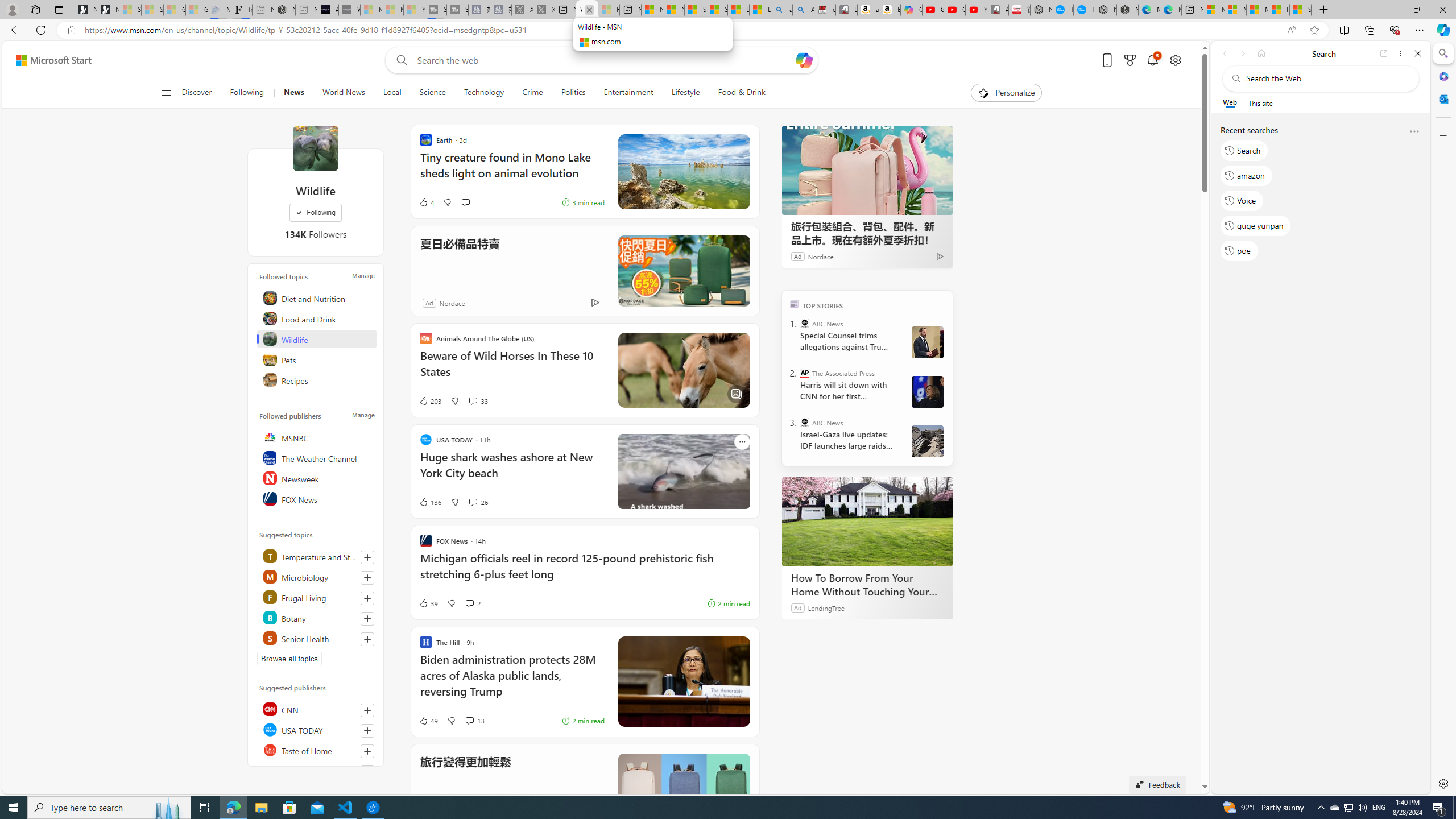 This screenshot has width=1456, height=819. What do you see at coordinates (343, 92) in the screenshot?
I see `'World News'` at bounding box center [343, 92].